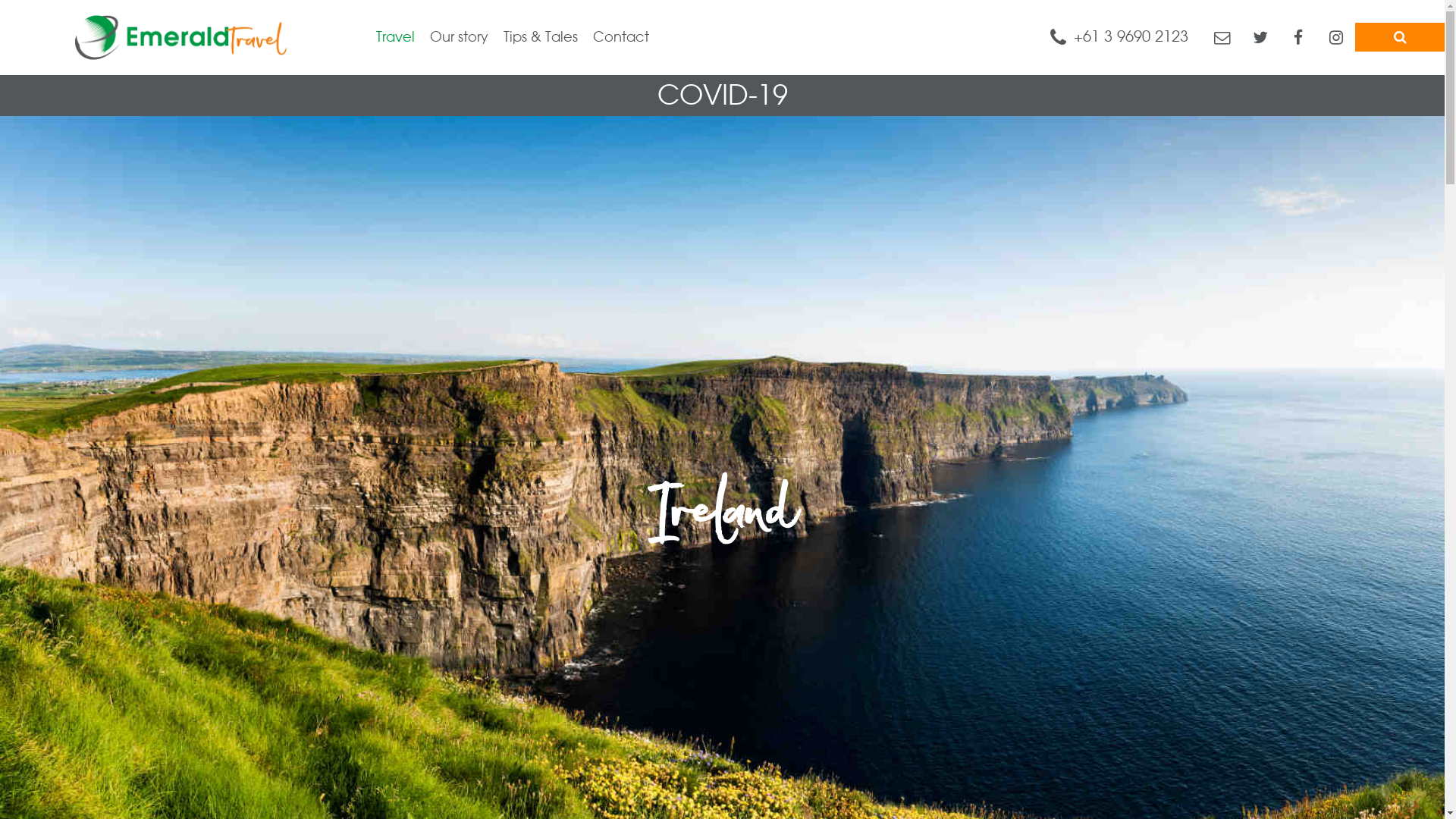 The height and width of the screenshot is (819, 1456). I want to click on 'COVID-19', so click(720, 95).